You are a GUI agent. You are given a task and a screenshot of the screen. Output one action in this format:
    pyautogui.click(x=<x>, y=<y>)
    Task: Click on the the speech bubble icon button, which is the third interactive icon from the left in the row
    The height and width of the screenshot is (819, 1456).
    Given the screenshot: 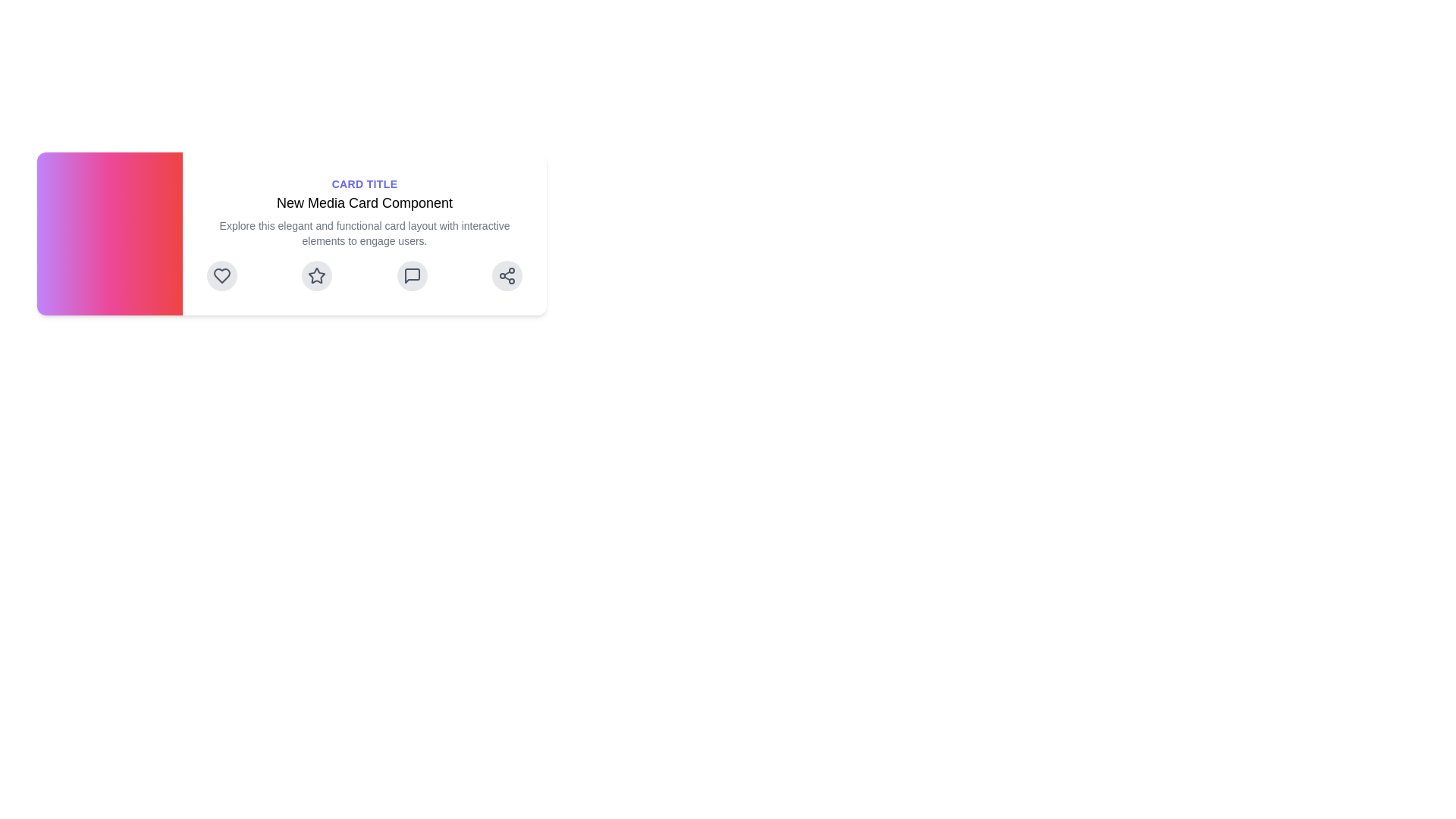 What is the action you would take?
    pyautogui.click(x=412, y=275)
    